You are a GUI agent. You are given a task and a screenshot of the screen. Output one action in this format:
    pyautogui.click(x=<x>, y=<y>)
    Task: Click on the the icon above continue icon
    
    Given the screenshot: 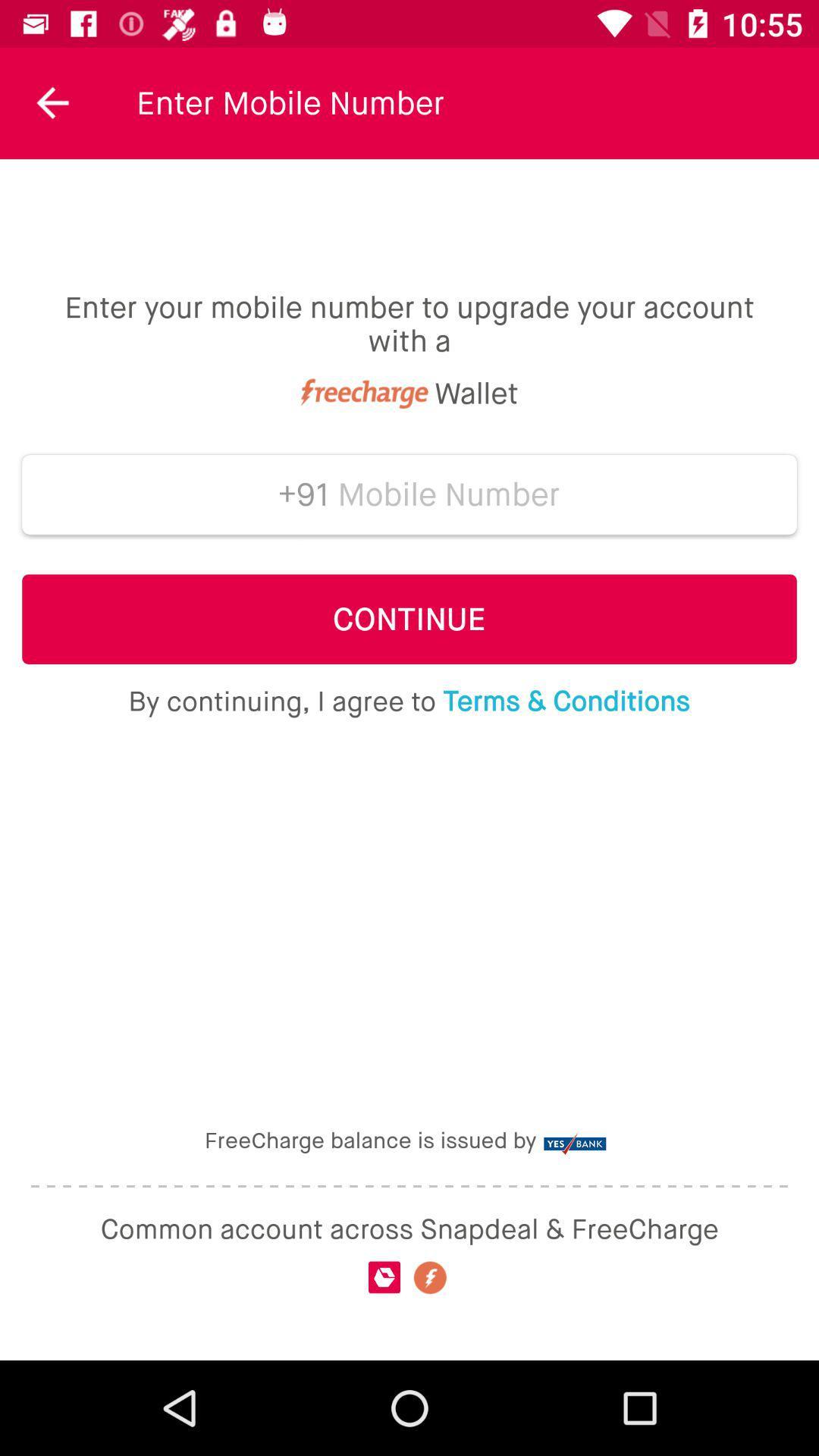 What is the action you would take?
    pyautogui.click(x=298, y=494)
    